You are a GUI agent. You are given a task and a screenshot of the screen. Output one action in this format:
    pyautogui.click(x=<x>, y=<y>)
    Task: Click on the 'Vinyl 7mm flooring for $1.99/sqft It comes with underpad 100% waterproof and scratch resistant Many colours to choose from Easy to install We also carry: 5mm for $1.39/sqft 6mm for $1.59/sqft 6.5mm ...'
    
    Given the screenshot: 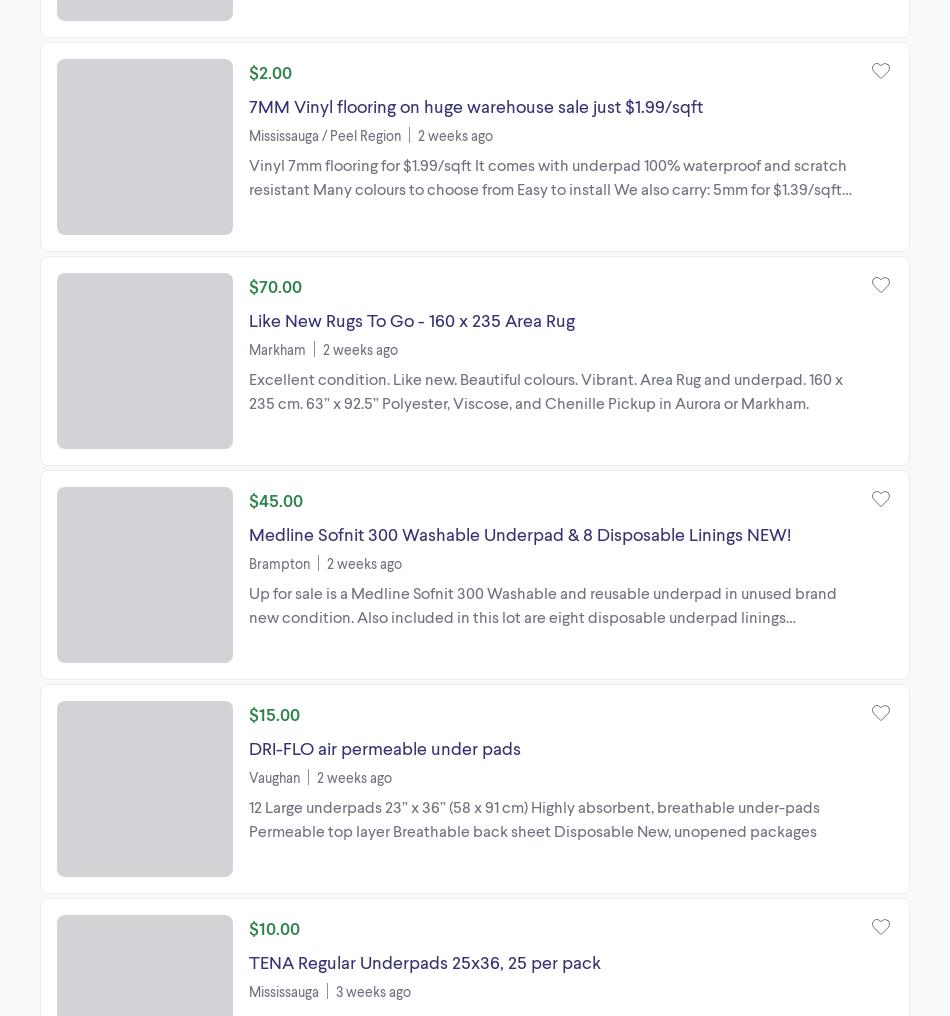 What is the action you would take?
    pyautogui.click(x=547, y=186)
    